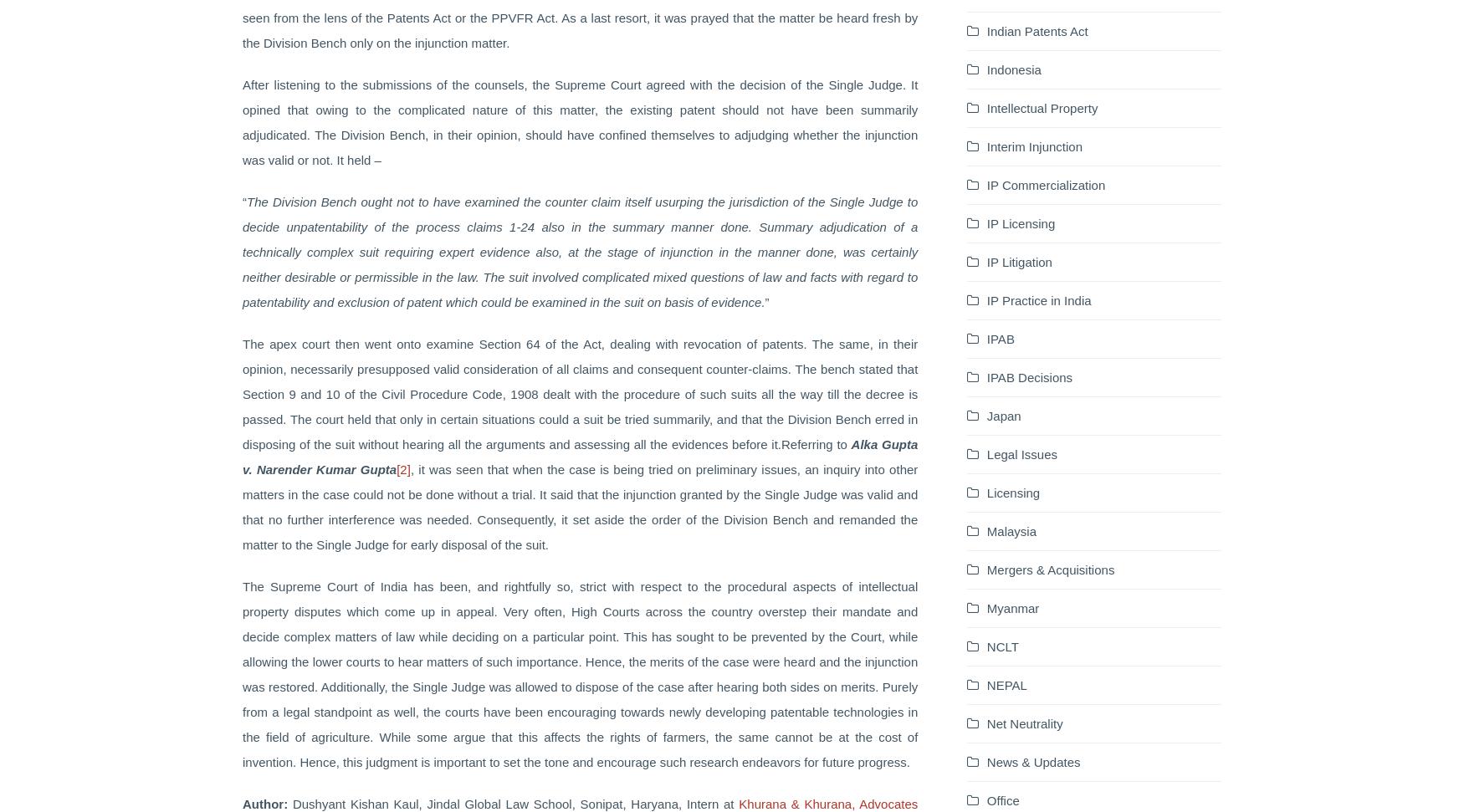  Describe the element at coordinates (1024, 723) in the screenshot. I see `'Net Neutrality'` at that location.